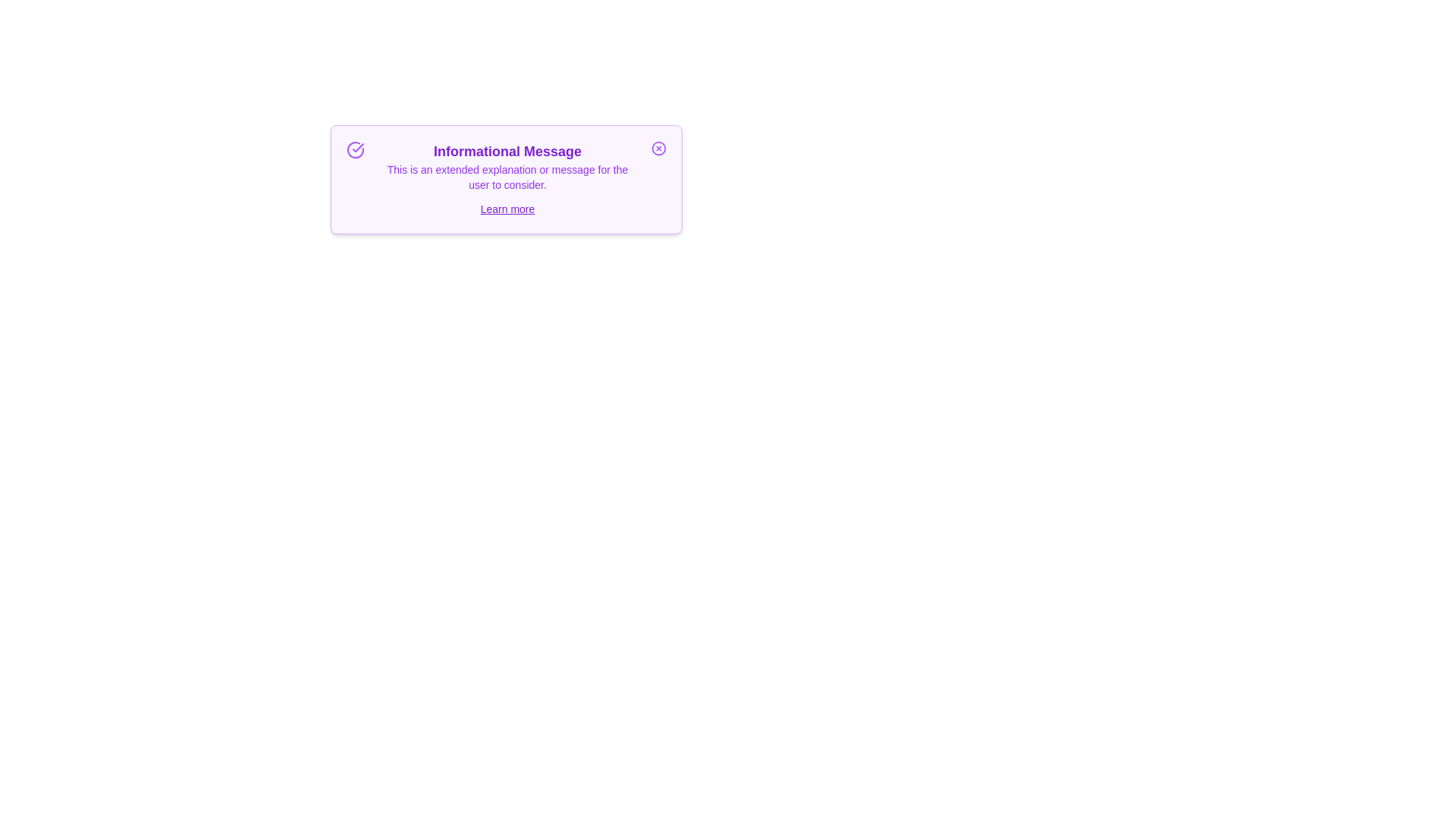  What do you see at coordinates (354, 149) in the screenshot?
I see `the icon representing information status to observe its details` at bounding box center [354, 149].